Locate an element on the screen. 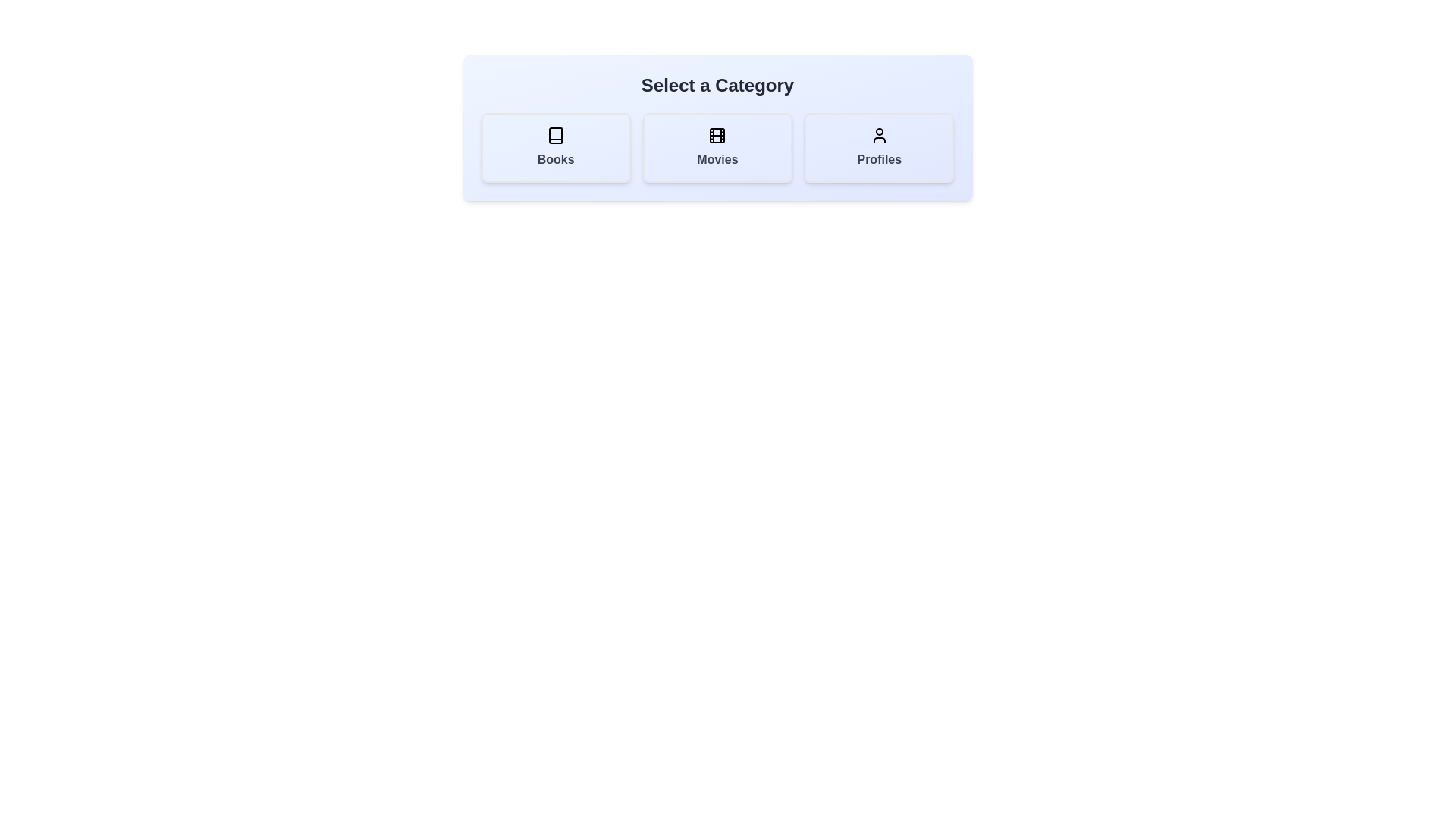 This screenshot has height=819, width=1456. the category Movies by clicking on it is located at coordinates (716, 148).